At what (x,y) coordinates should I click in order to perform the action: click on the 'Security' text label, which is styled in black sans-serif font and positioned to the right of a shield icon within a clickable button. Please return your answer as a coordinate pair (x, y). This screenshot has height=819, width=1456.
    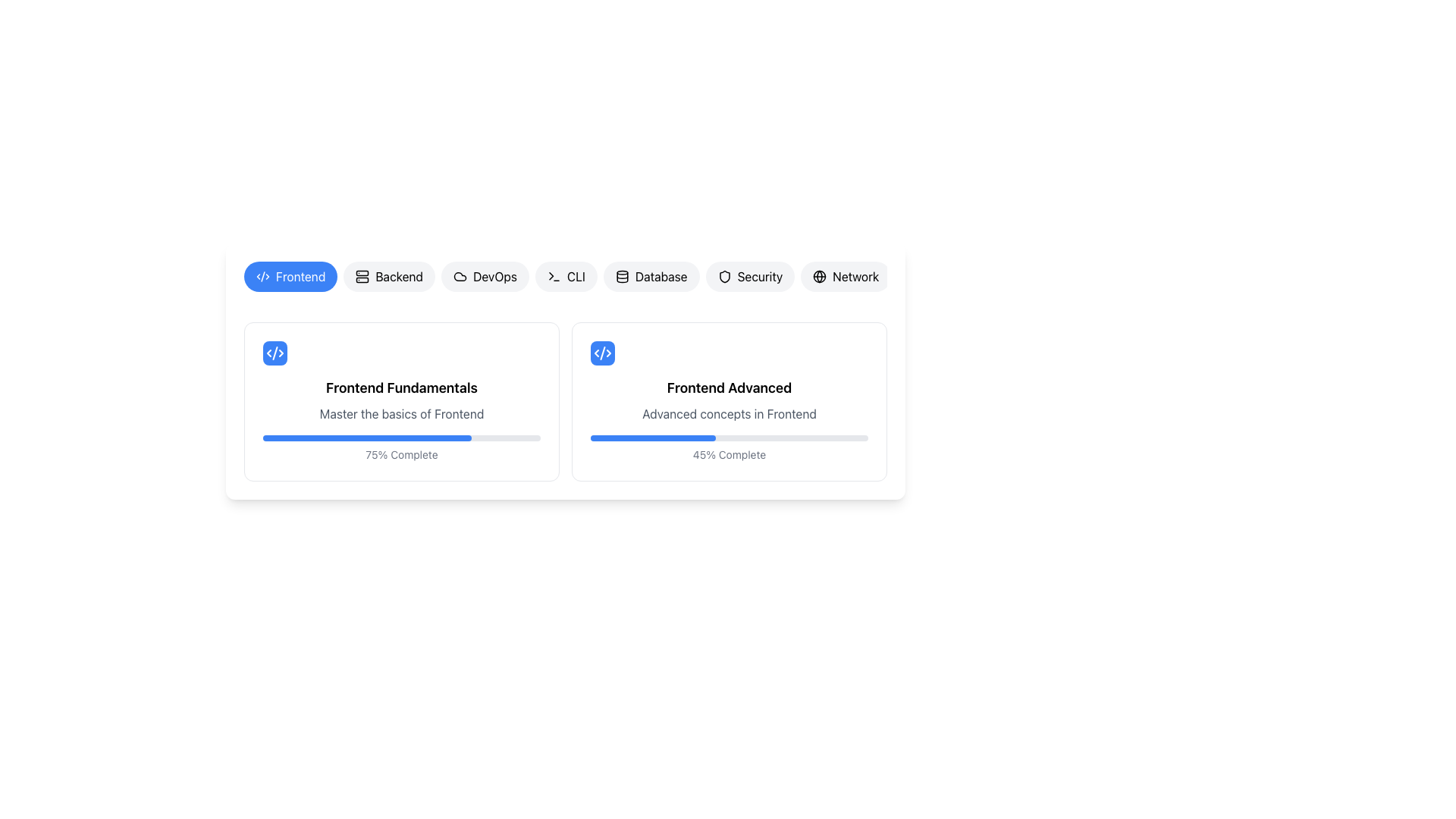
    Looking at the image, I should click on (760, 277).